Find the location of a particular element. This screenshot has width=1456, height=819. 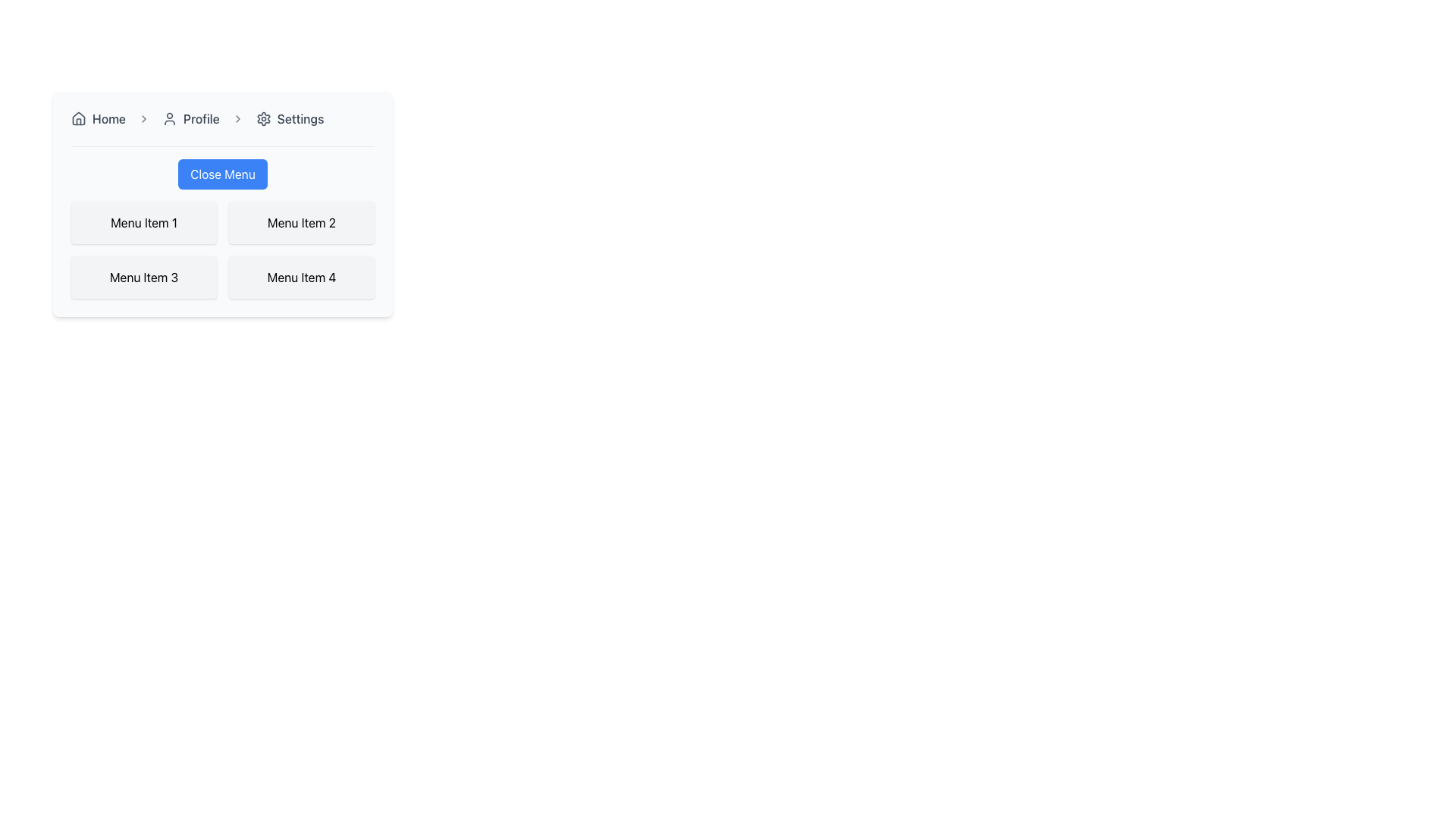

the 'Menu Item 3' button located in the left column of the second row is located at coordinates (144, 278).